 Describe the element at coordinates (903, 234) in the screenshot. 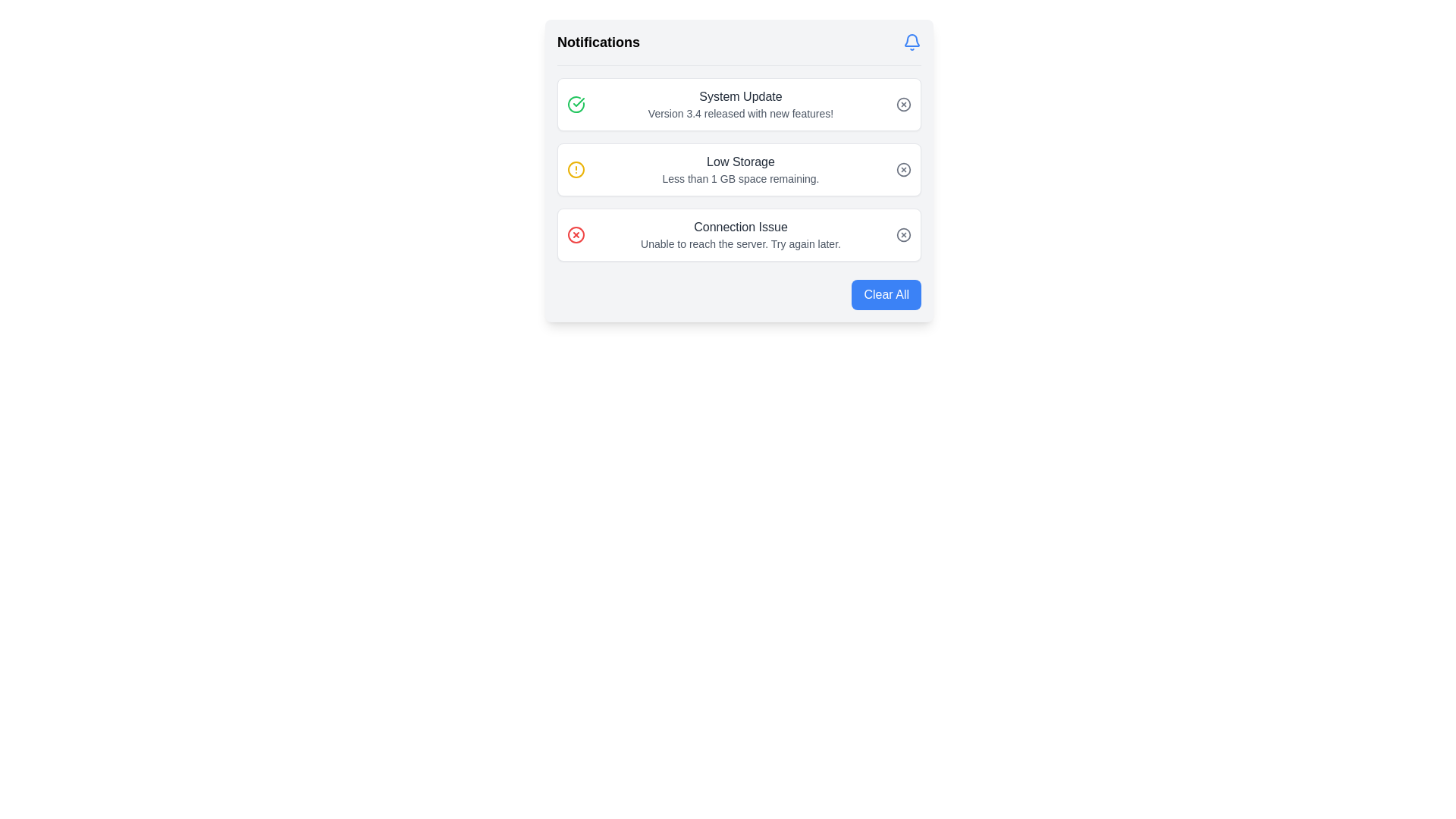

I see `the dismiss button located at the far-right edge of the 'Connection Issue' notification` at that location.